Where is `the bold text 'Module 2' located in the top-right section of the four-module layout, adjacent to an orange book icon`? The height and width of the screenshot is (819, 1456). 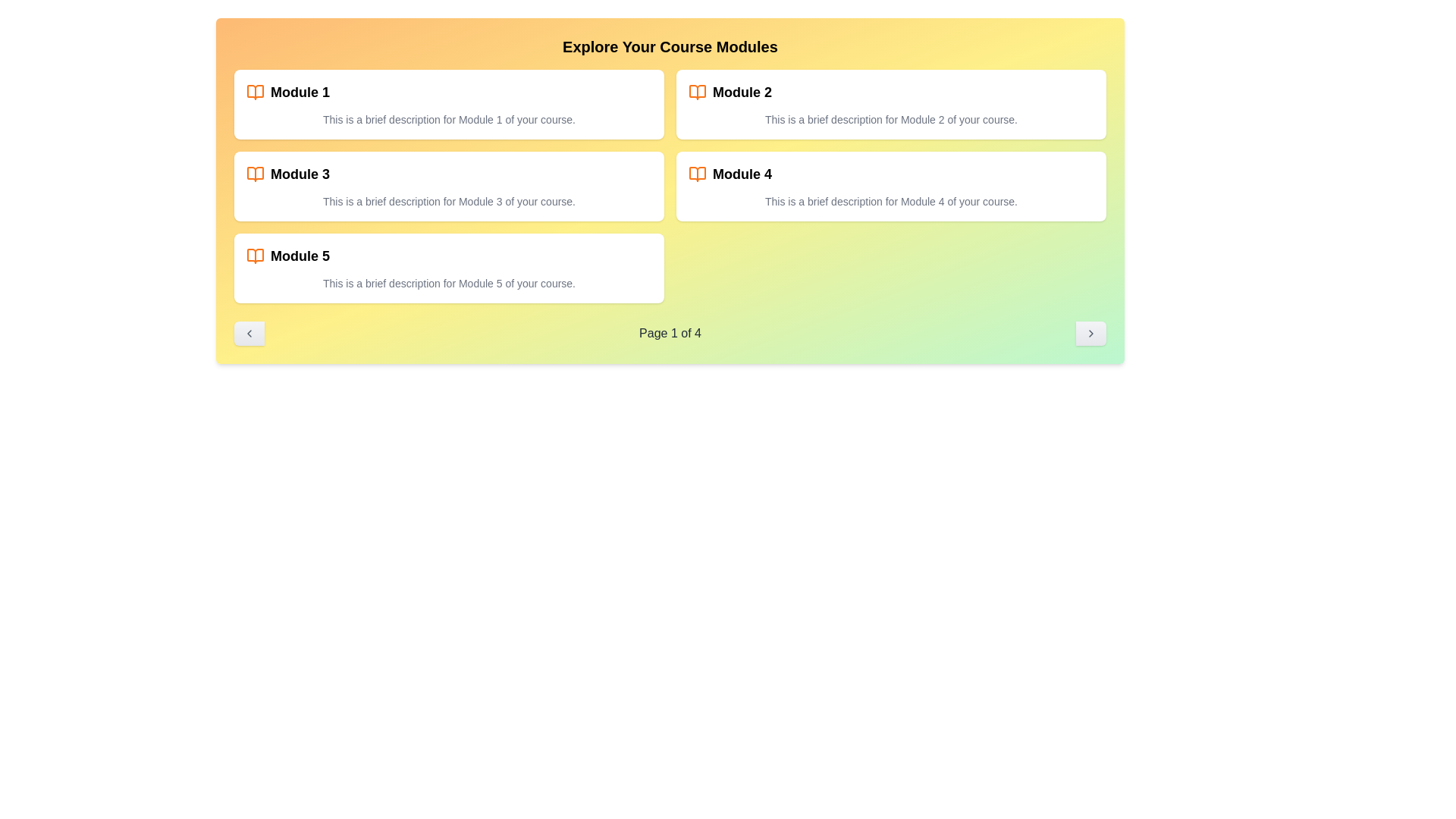 the bold text 'Module 2' located in the top-right section of the four-module layout, adjacent to an orange book icon is located at coordinates (742, 93).